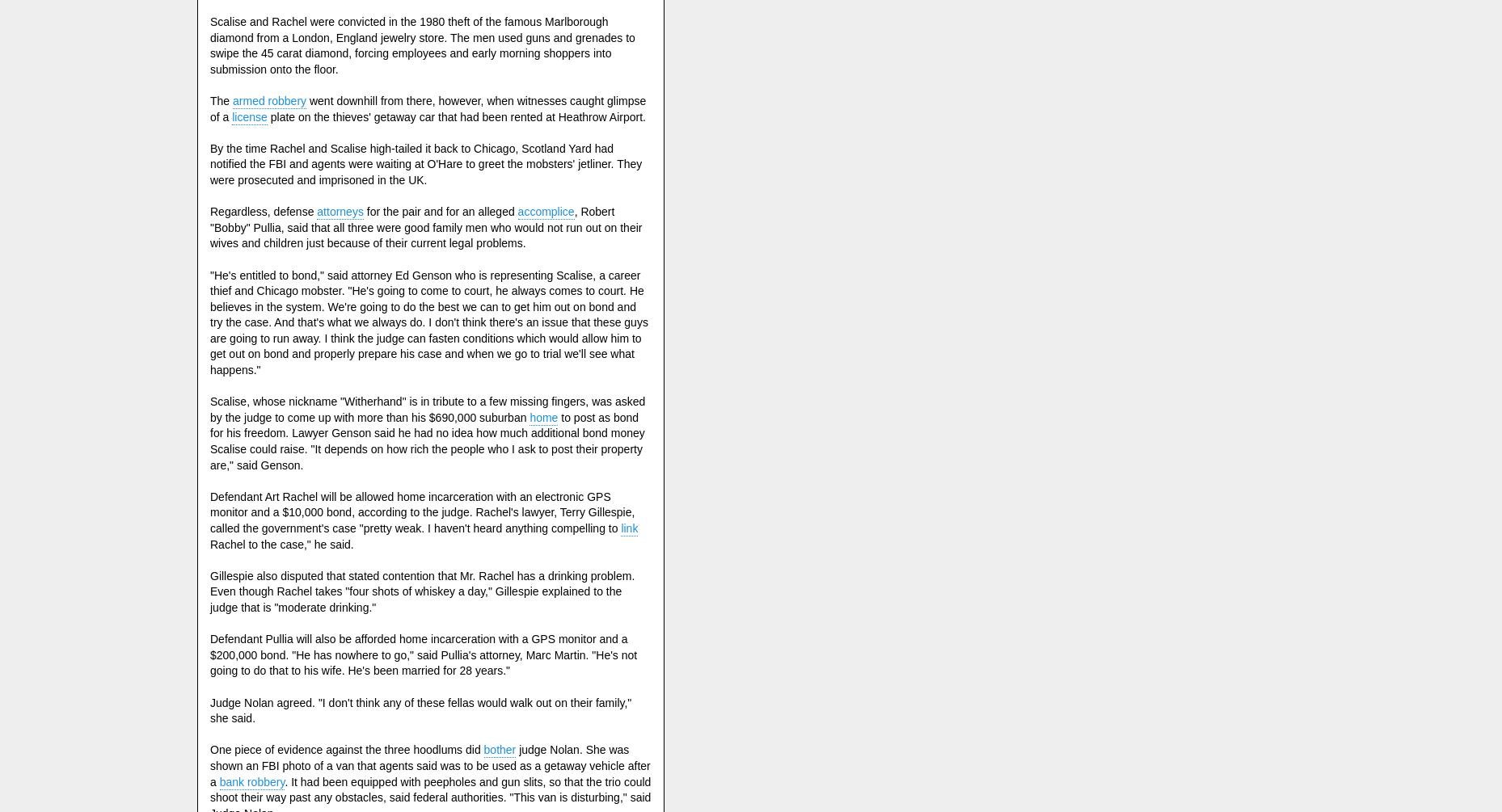  Describe the element at coordinates (427, 408) in the screenshot. I see `'Scalise, whose nickname "Witherhand" is in tribute to a few missing fingers, was asked by the judge to come up with more than his $690,000 suburban'` at that location.